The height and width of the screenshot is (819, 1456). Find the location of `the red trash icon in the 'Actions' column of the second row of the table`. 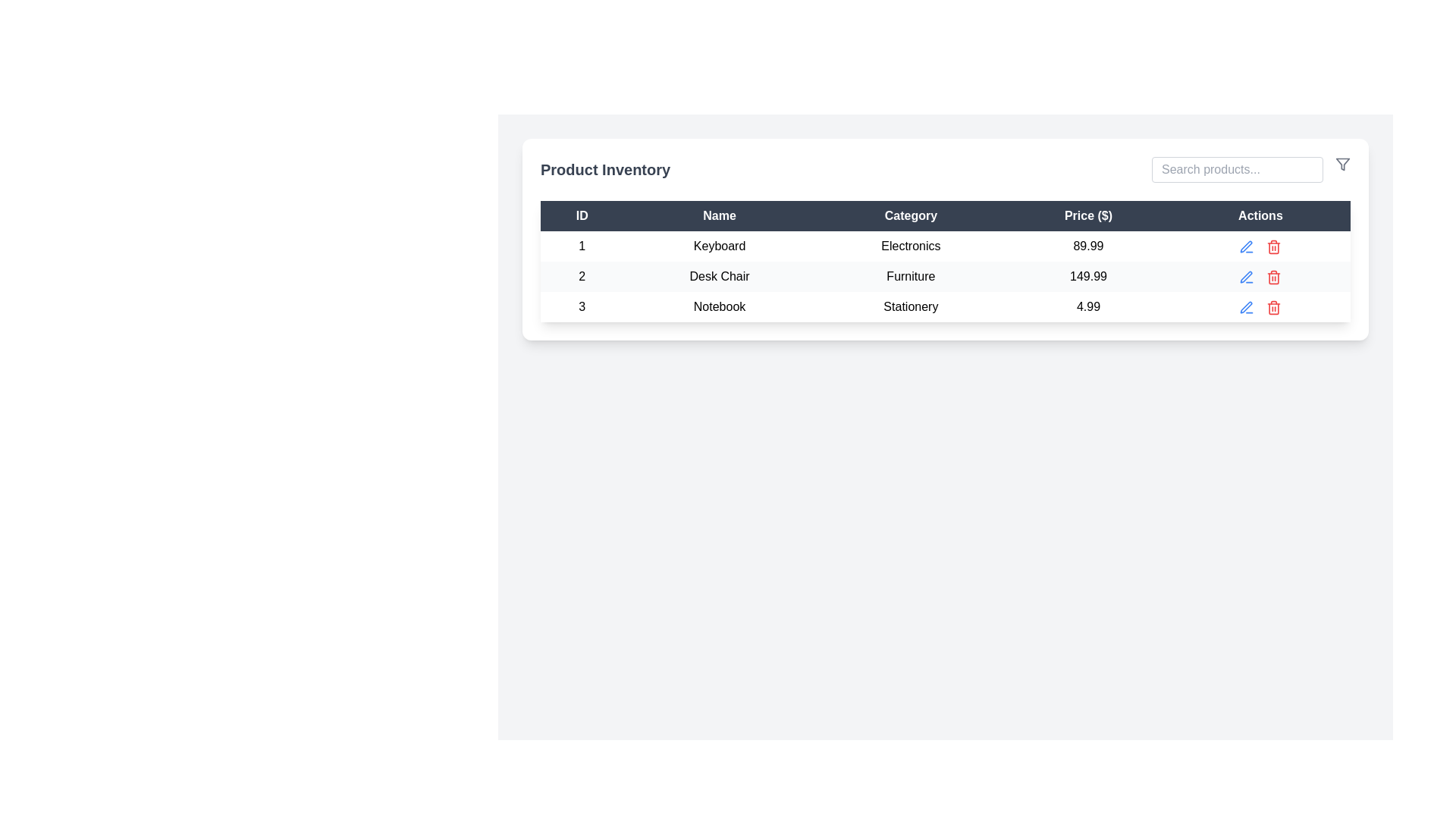

the red trash icon in the 'Actions' column of the second row of the table is located at coordinates (1274, 277).